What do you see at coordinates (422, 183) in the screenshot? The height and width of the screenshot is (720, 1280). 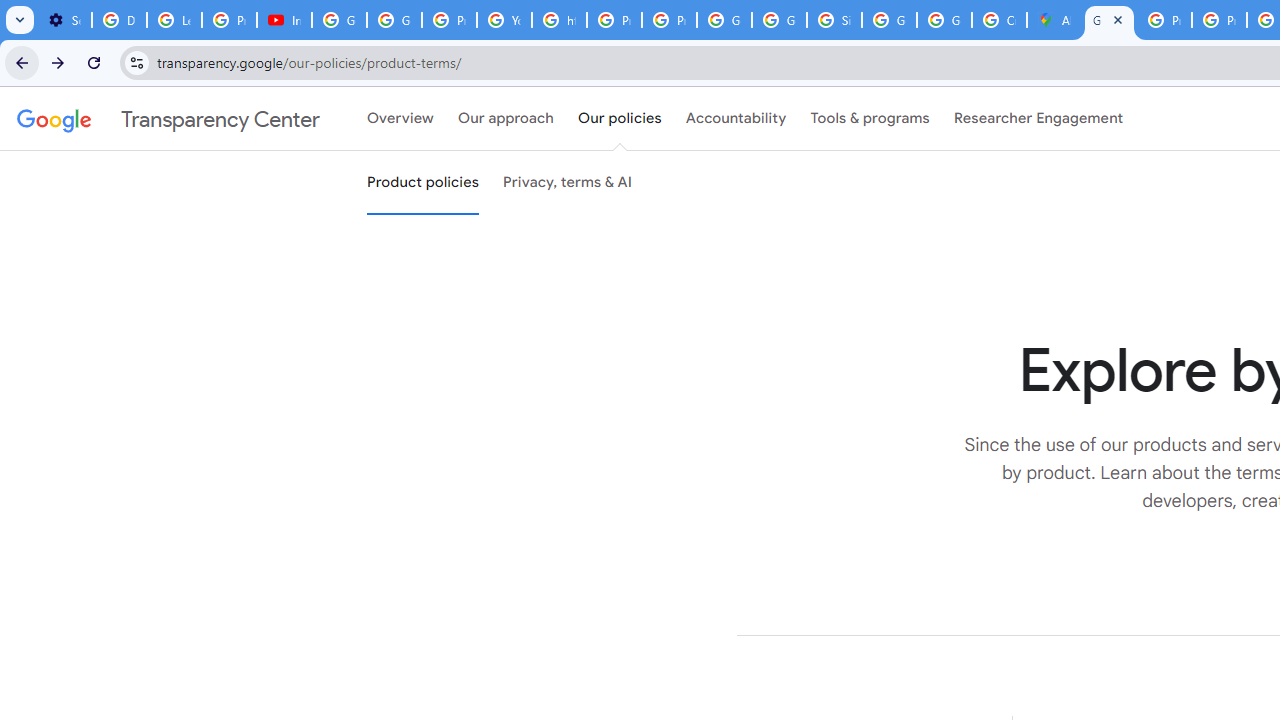 I see `'Product policies'` at bounding box center [422, 183].